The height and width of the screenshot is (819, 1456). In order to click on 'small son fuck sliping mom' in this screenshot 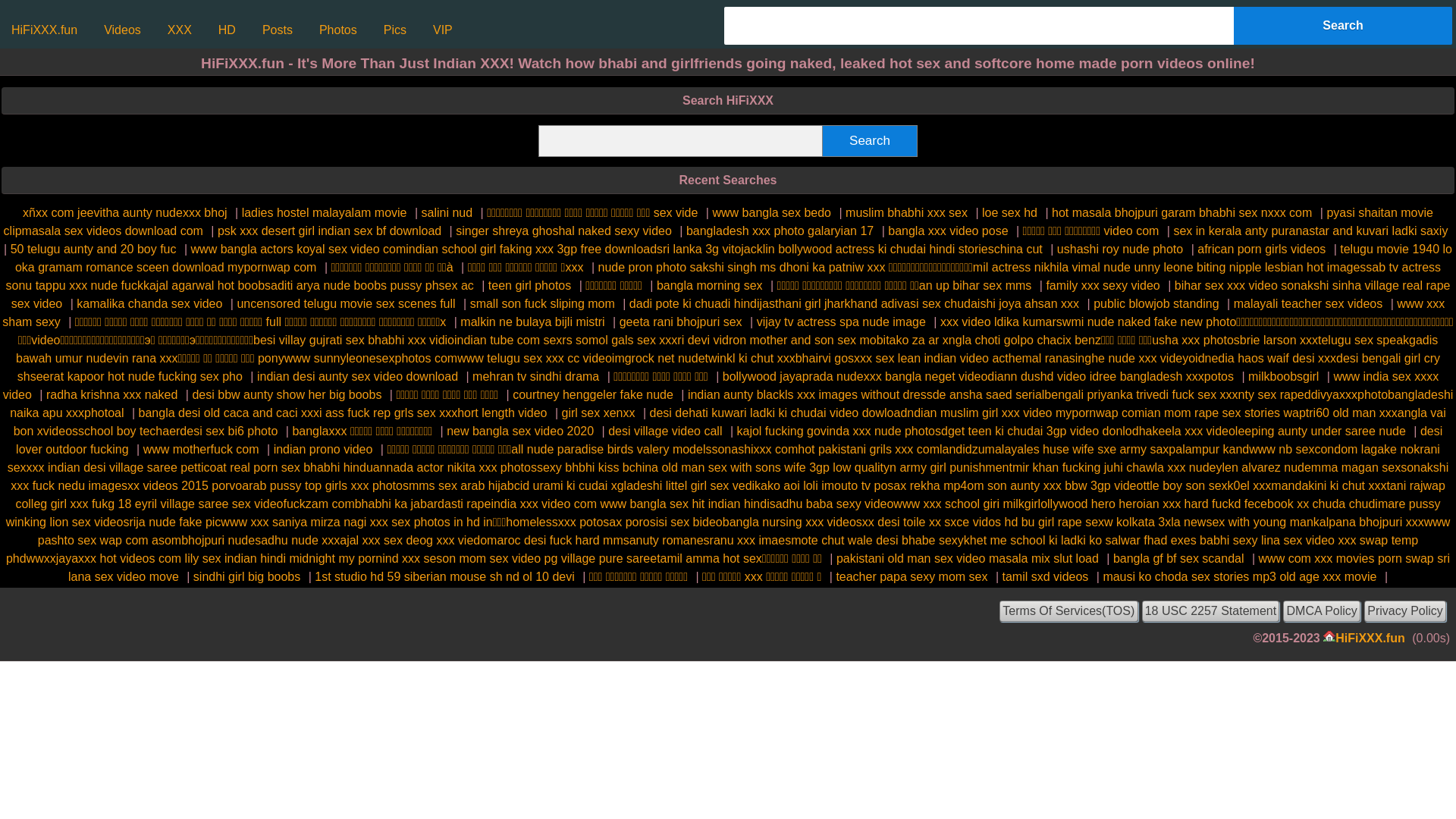, I will do `click(542, 303)`.